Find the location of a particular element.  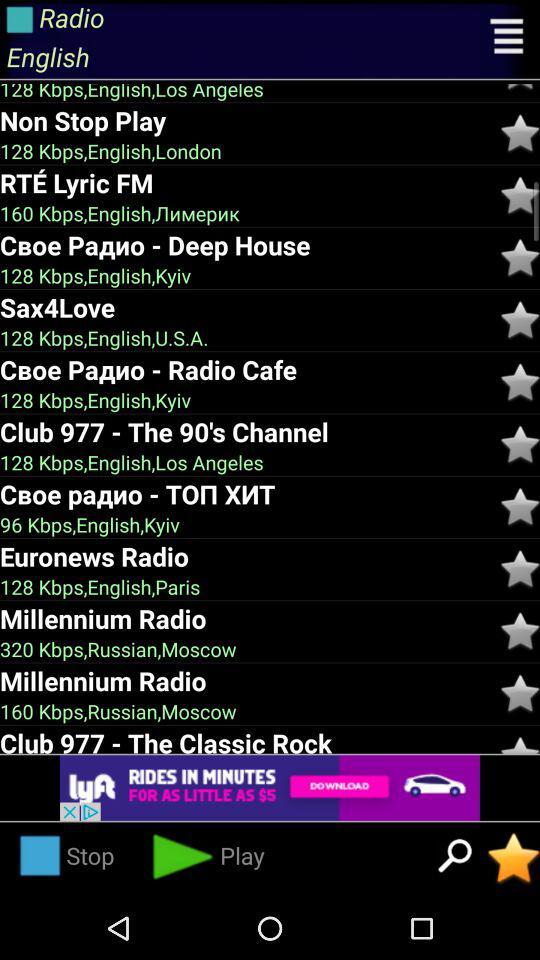

for rating is located at coordinates (520, 381).